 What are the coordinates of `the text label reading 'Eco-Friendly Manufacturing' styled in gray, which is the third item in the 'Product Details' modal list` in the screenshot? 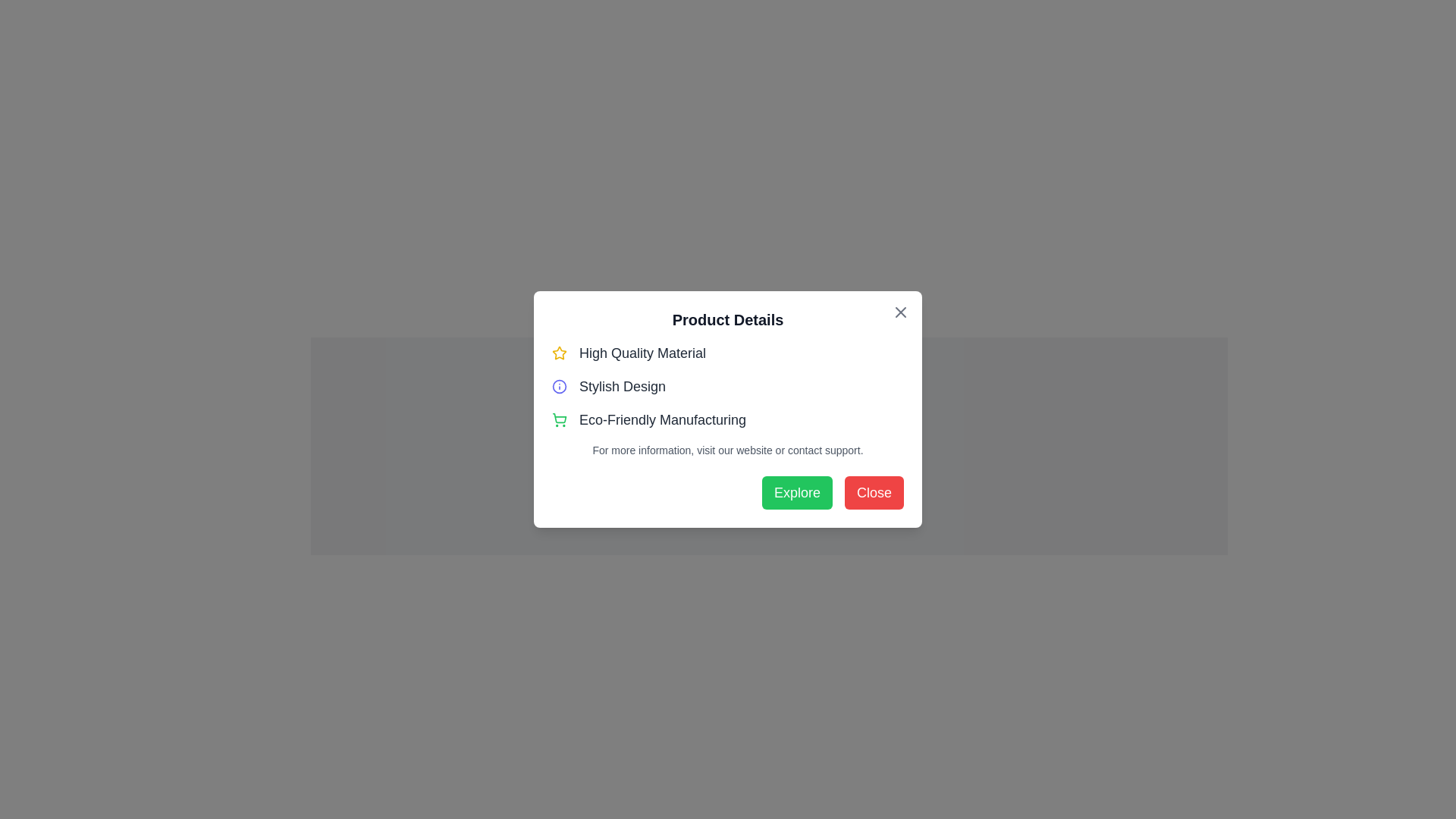 It's located at (662, 420).